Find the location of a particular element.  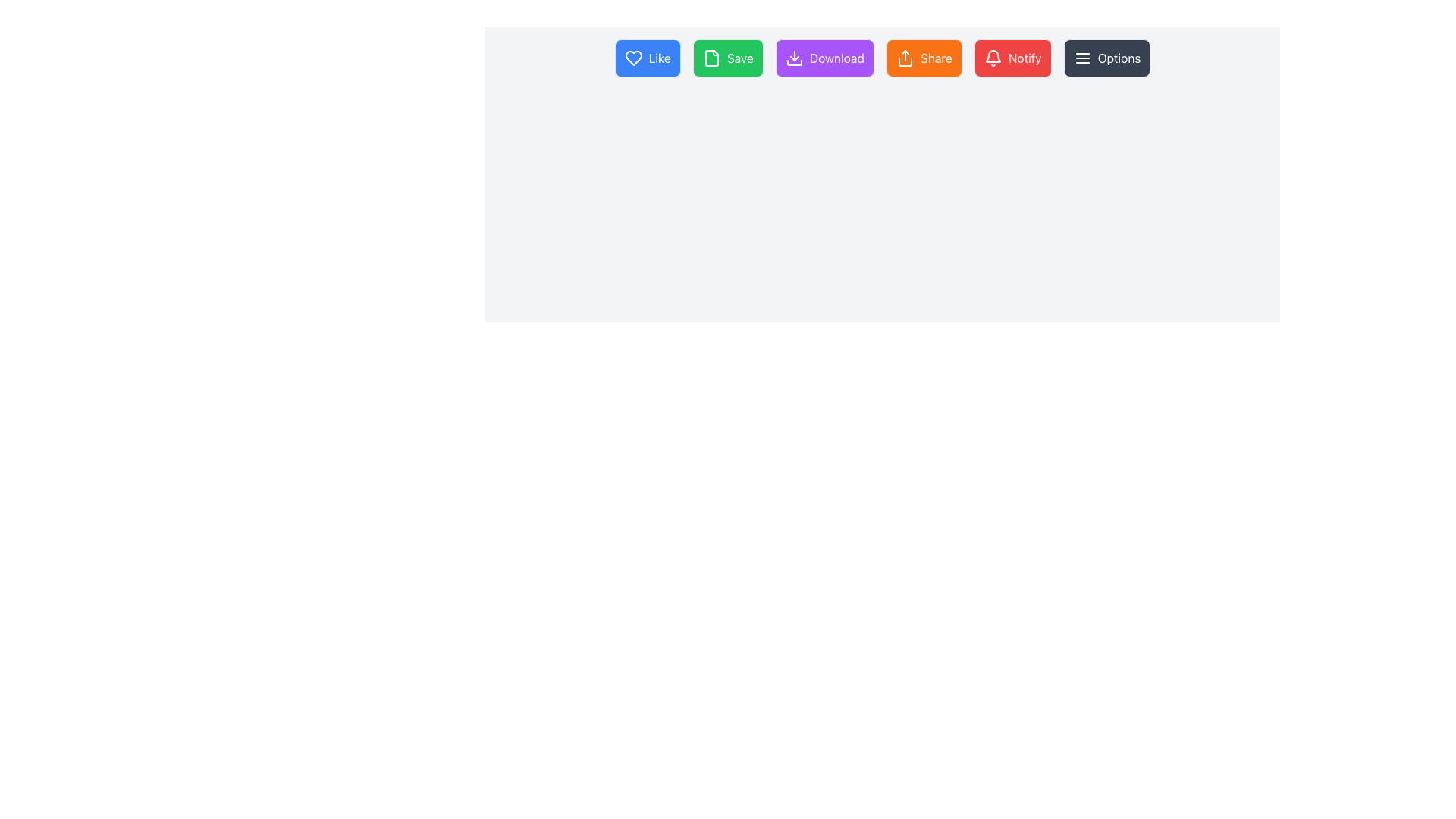

the red 'Notify' button with a bell icon located is located at coordinates (1012, 58).